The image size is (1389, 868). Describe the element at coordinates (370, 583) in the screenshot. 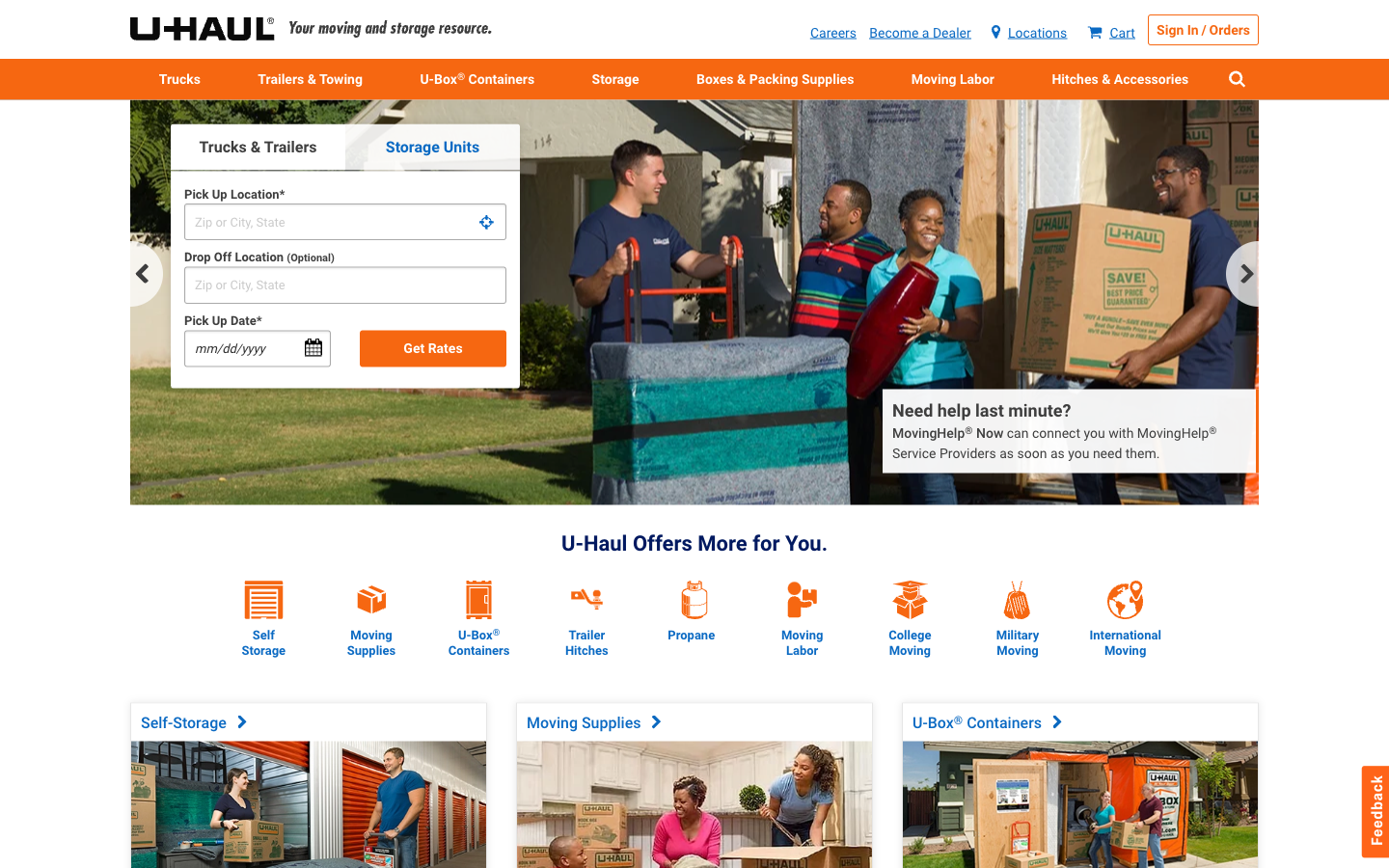

I see `How much do boxes cost?` at that location.